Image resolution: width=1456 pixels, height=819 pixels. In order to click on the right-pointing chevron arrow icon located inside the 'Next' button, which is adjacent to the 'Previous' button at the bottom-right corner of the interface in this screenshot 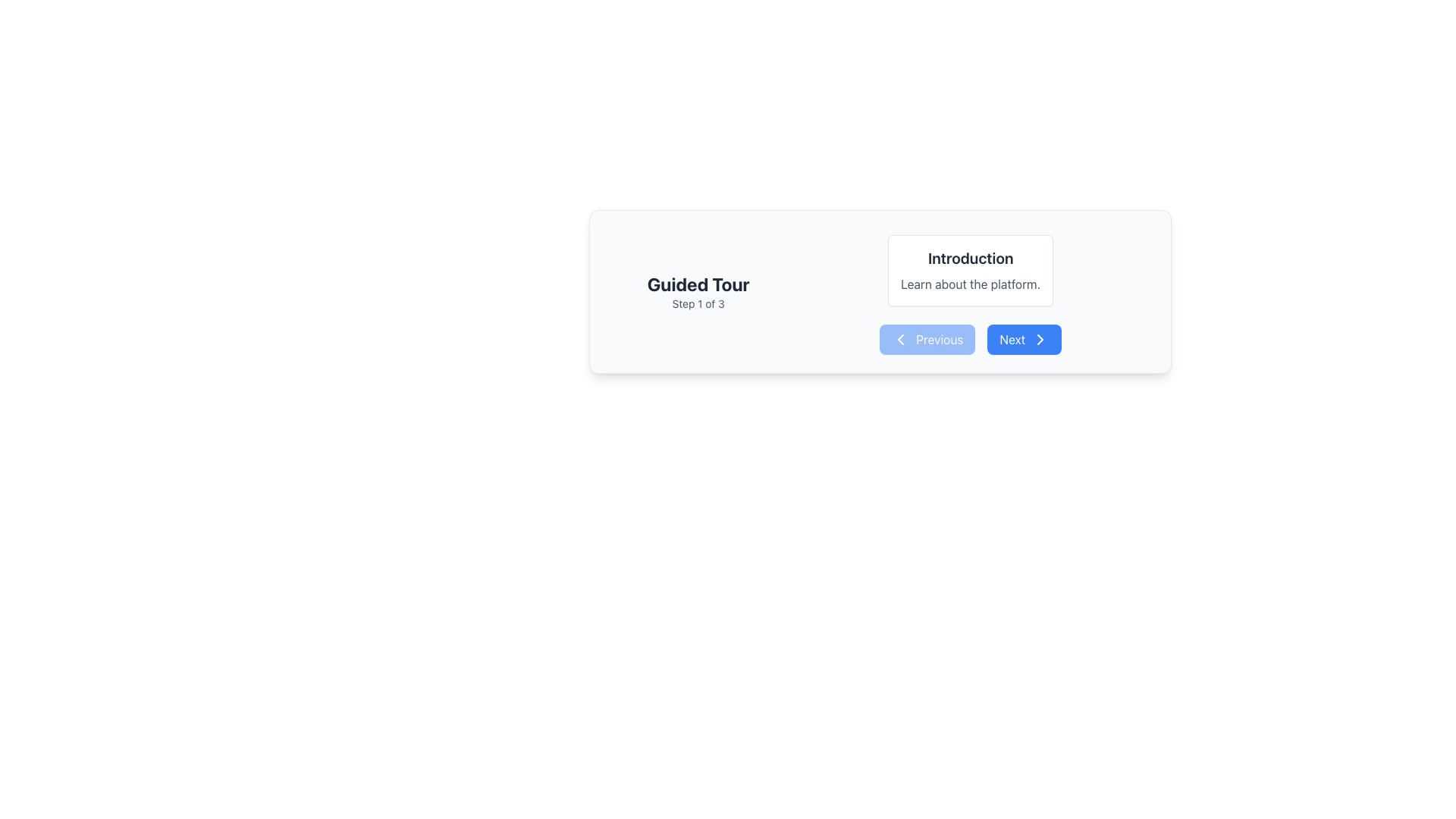, I will do `click(1040, 338)`.